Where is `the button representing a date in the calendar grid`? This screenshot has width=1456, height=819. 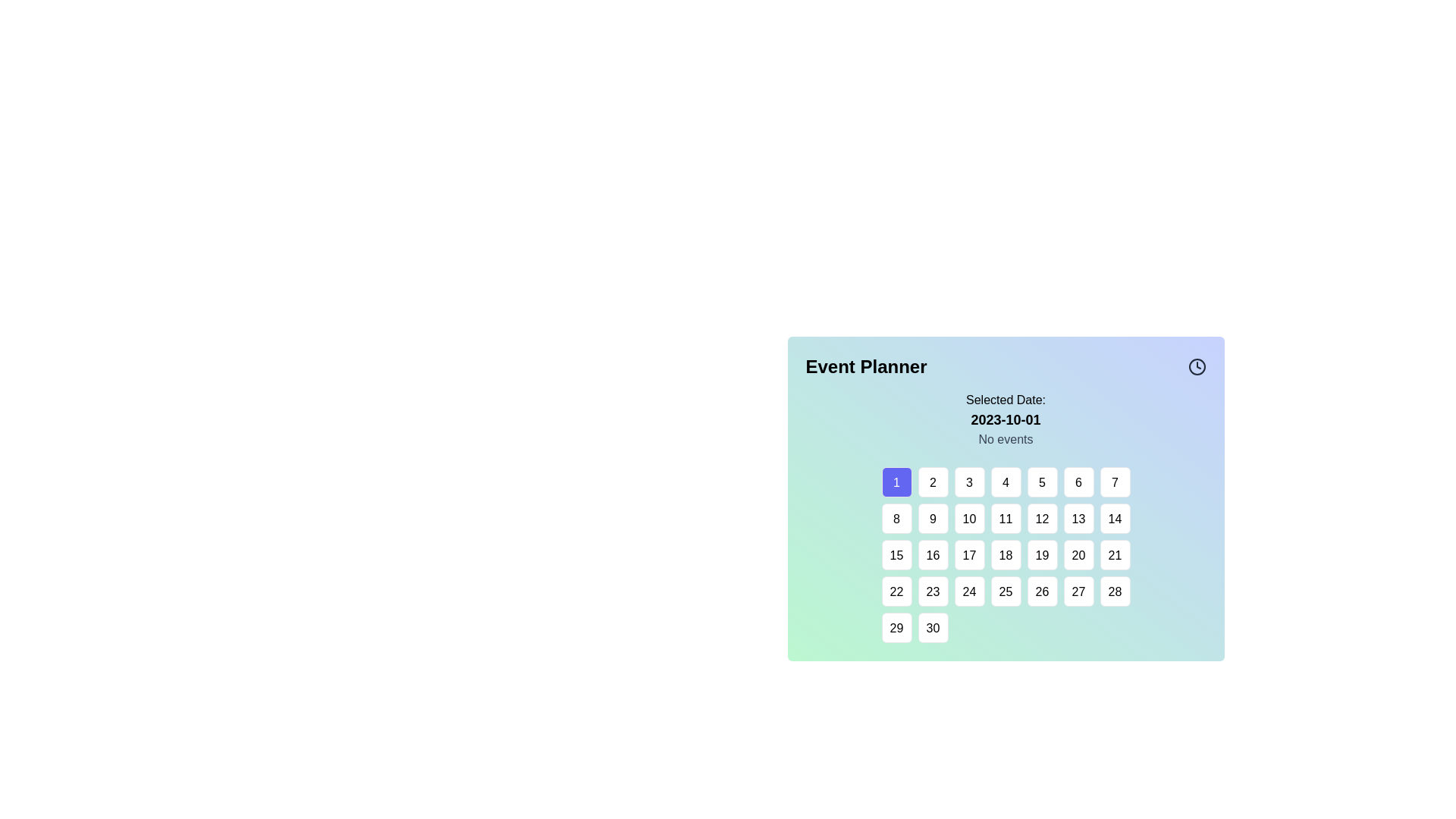 the button representing a date in the calendar grid is located at coordinates (896, 555).